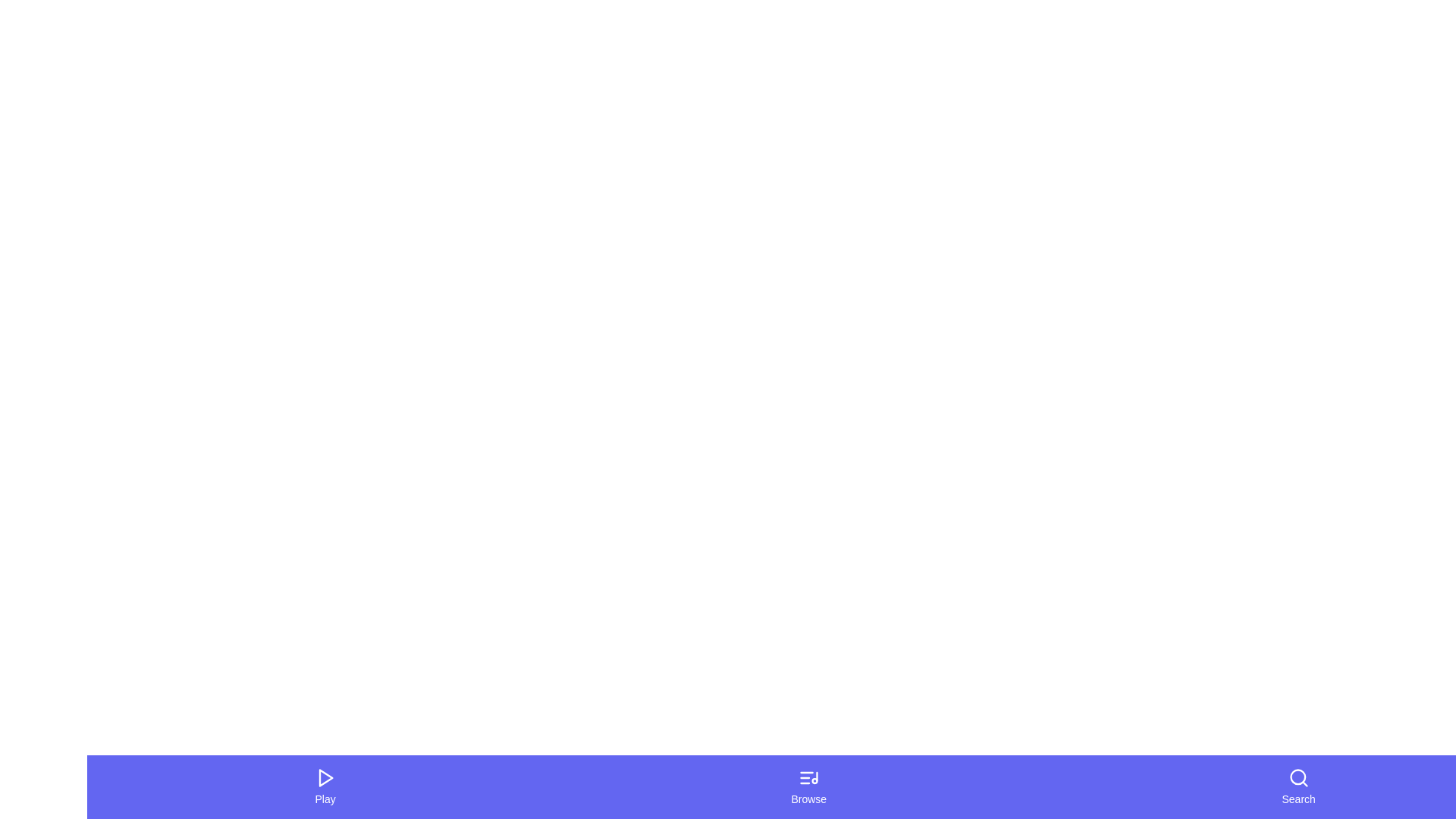  I want to click on the Play tab to activate it, so click(324, 786).